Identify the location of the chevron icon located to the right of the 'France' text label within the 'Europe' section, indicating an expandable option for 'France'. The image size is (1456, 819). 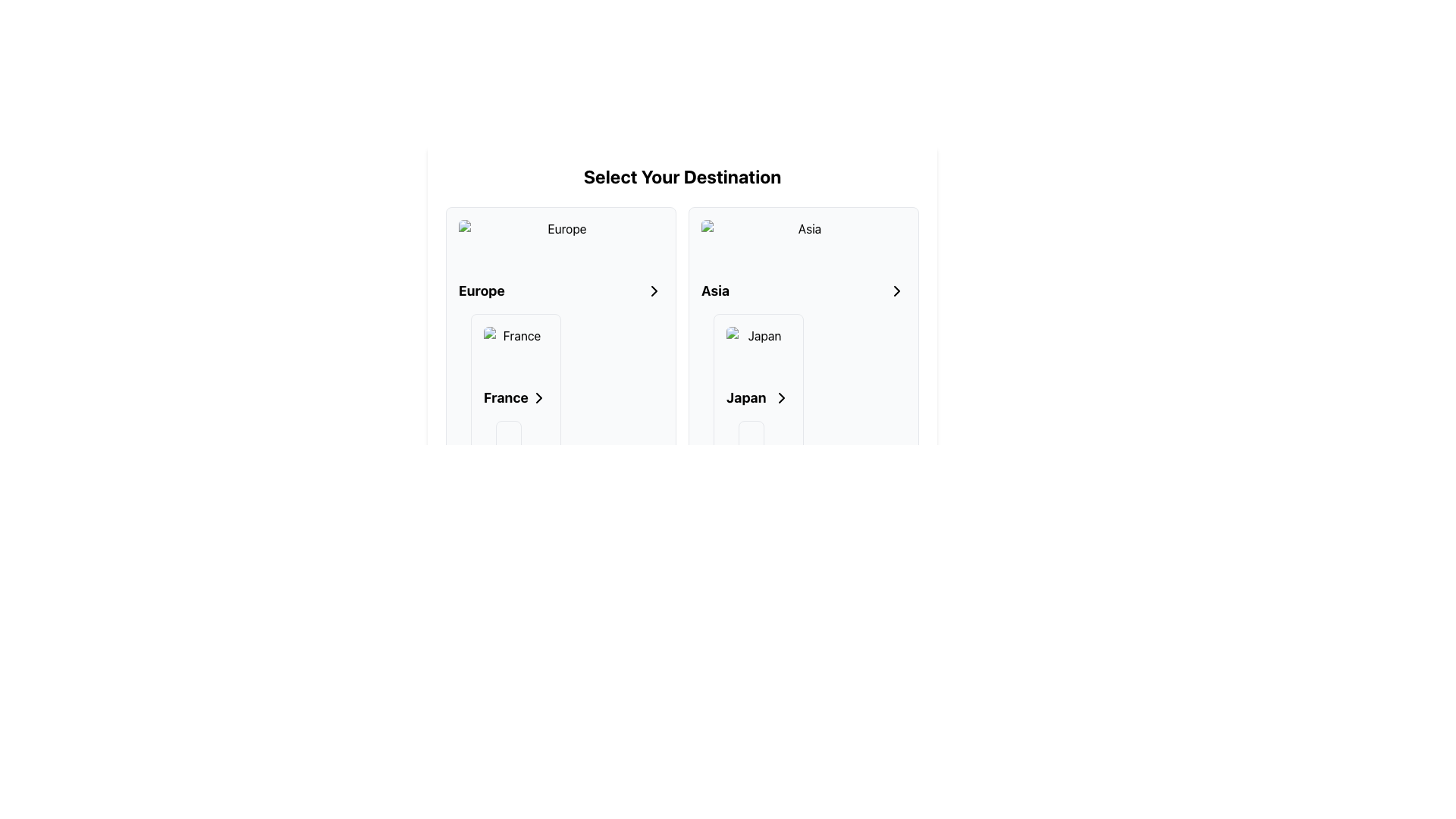
(538, 397).